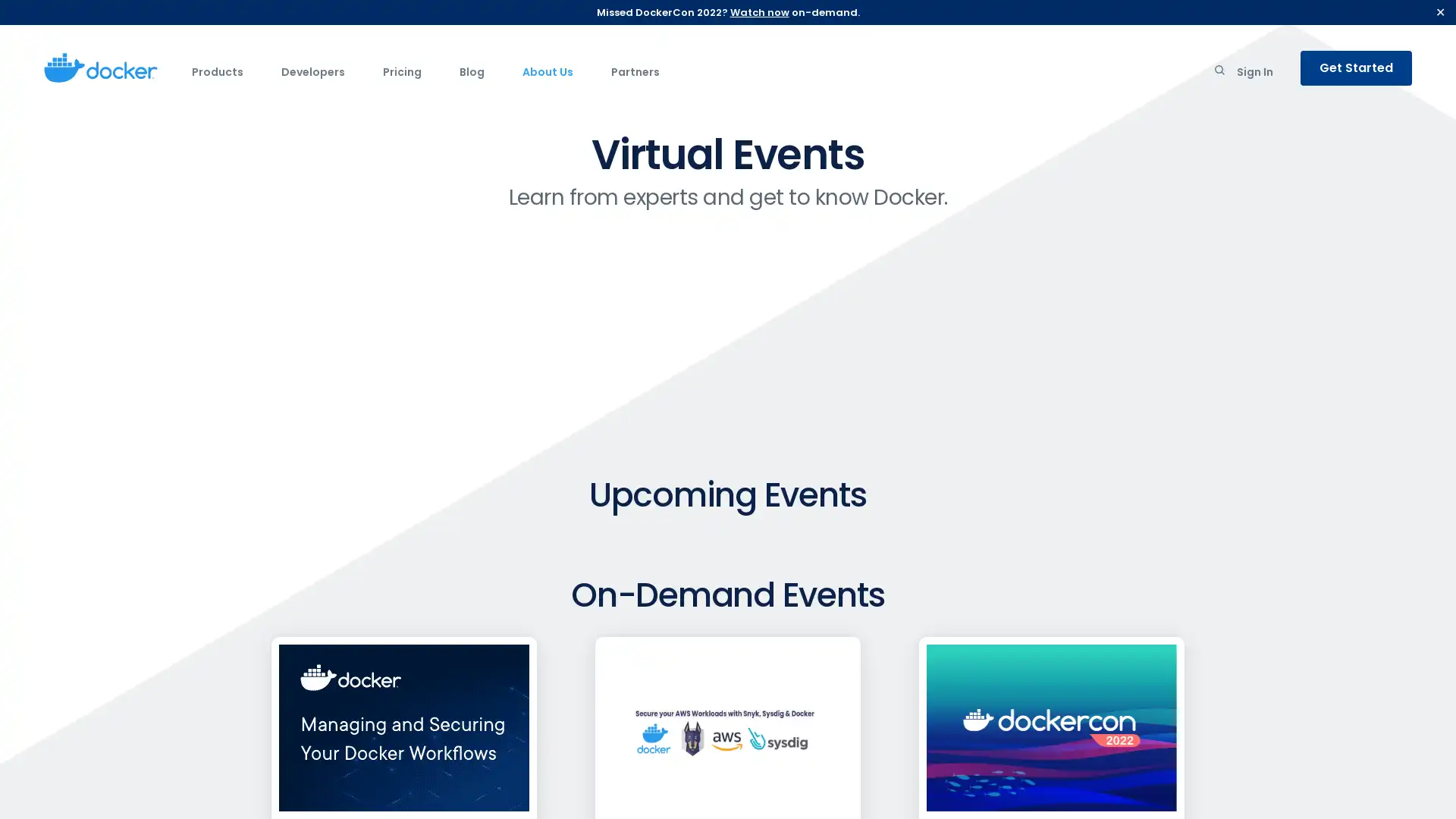  What do you see at coordinates (1219, 73) in the screenshot?
I see `Search` at bounding box center [1219, 73].